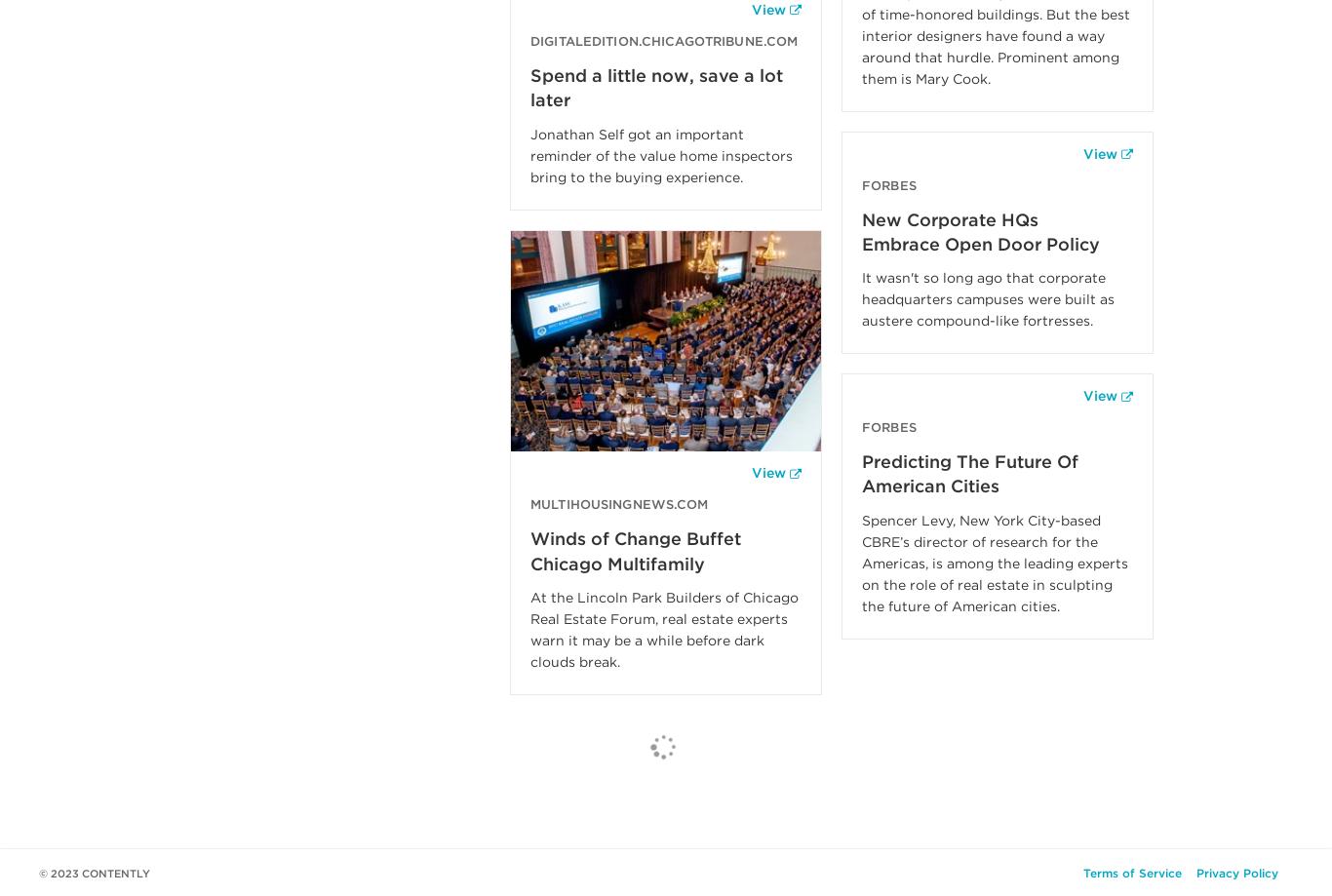  I want to click on 'Jonathan Self got an important reminder of the value home inspectors bring to the buying experience.', so click(529, 153).